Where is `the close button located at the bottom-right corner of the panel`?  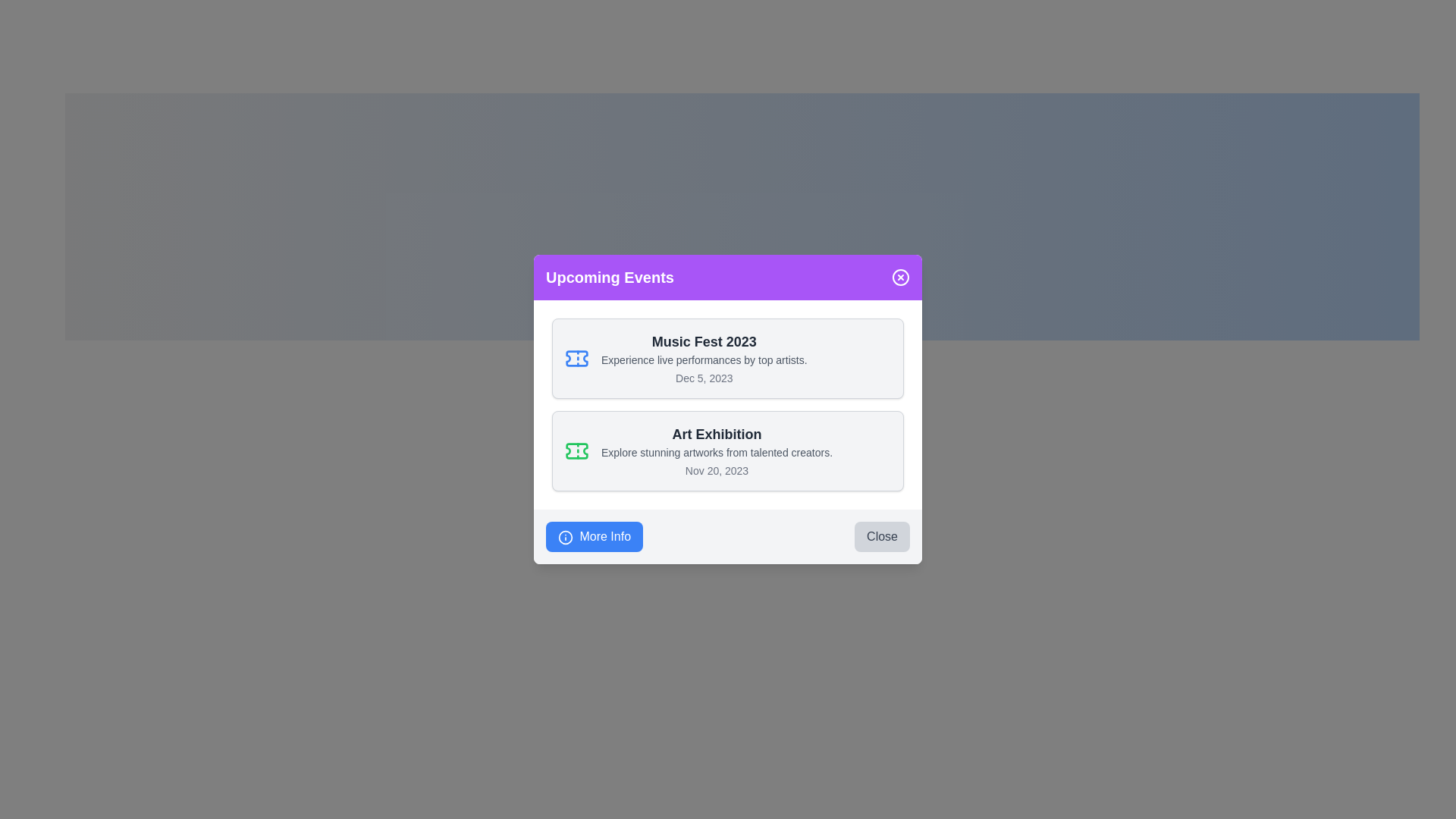
the close button located at the bottom-right corner of the panel is located at coordinates (882, 536).